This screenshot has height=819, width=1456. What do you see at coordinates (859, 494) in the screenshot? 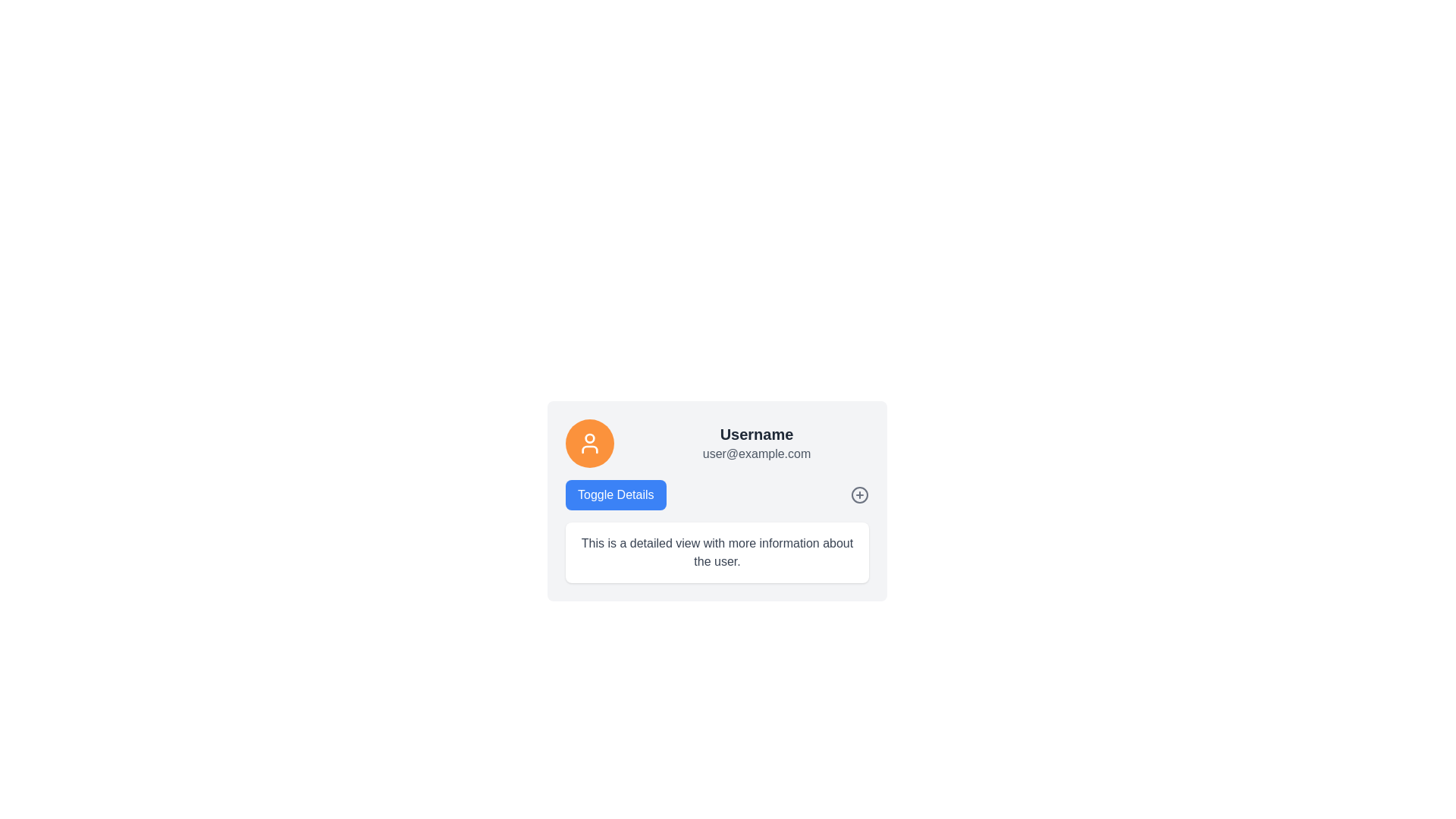
I see `the outer border of the plus-circle icon, which is a filled circular shape in the user profile card interface` at bounding box center [859, 494].